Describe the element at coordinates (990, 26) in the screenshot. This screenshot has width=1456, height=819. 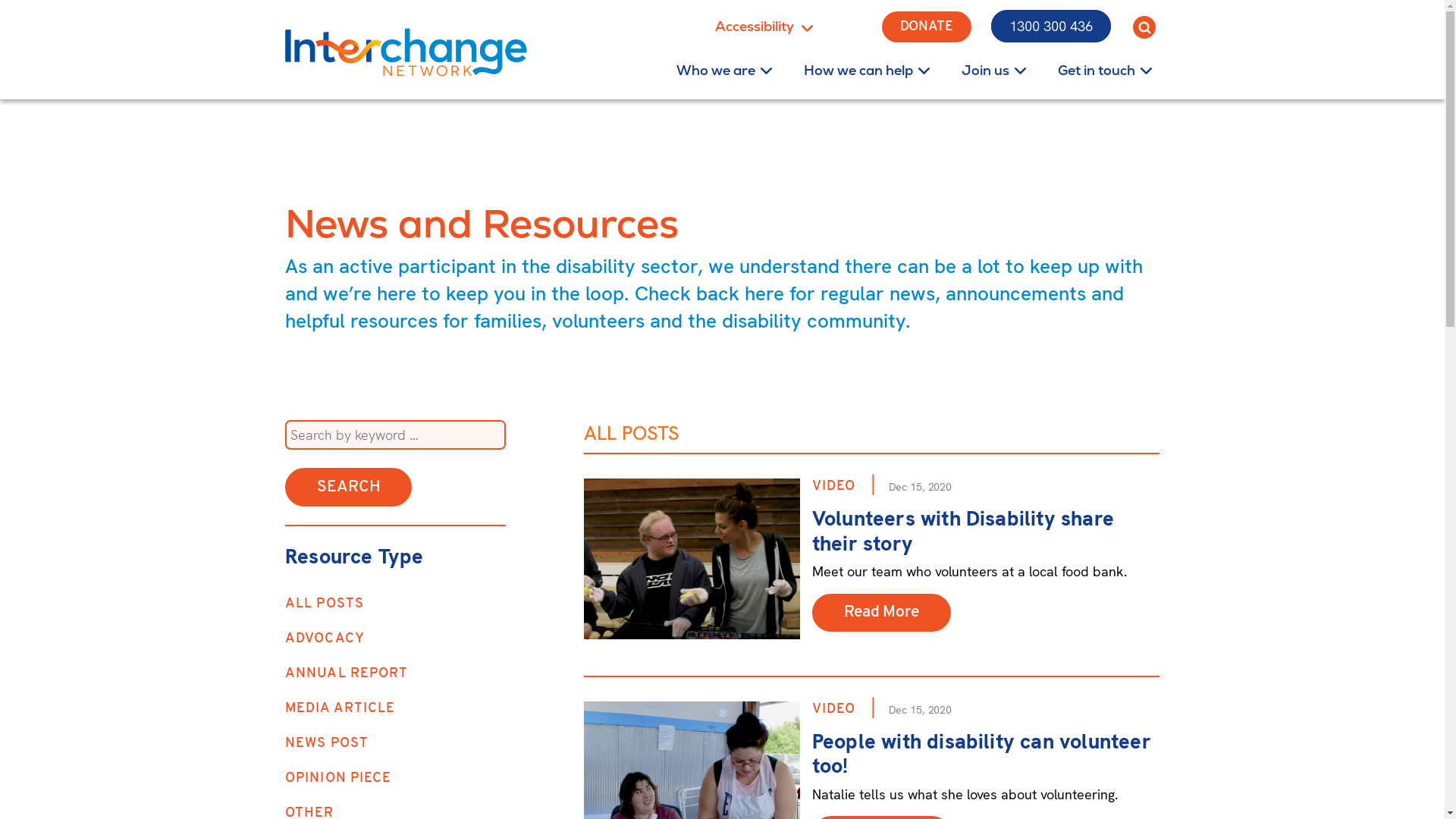
I see `'1300 300 436'` at that location.